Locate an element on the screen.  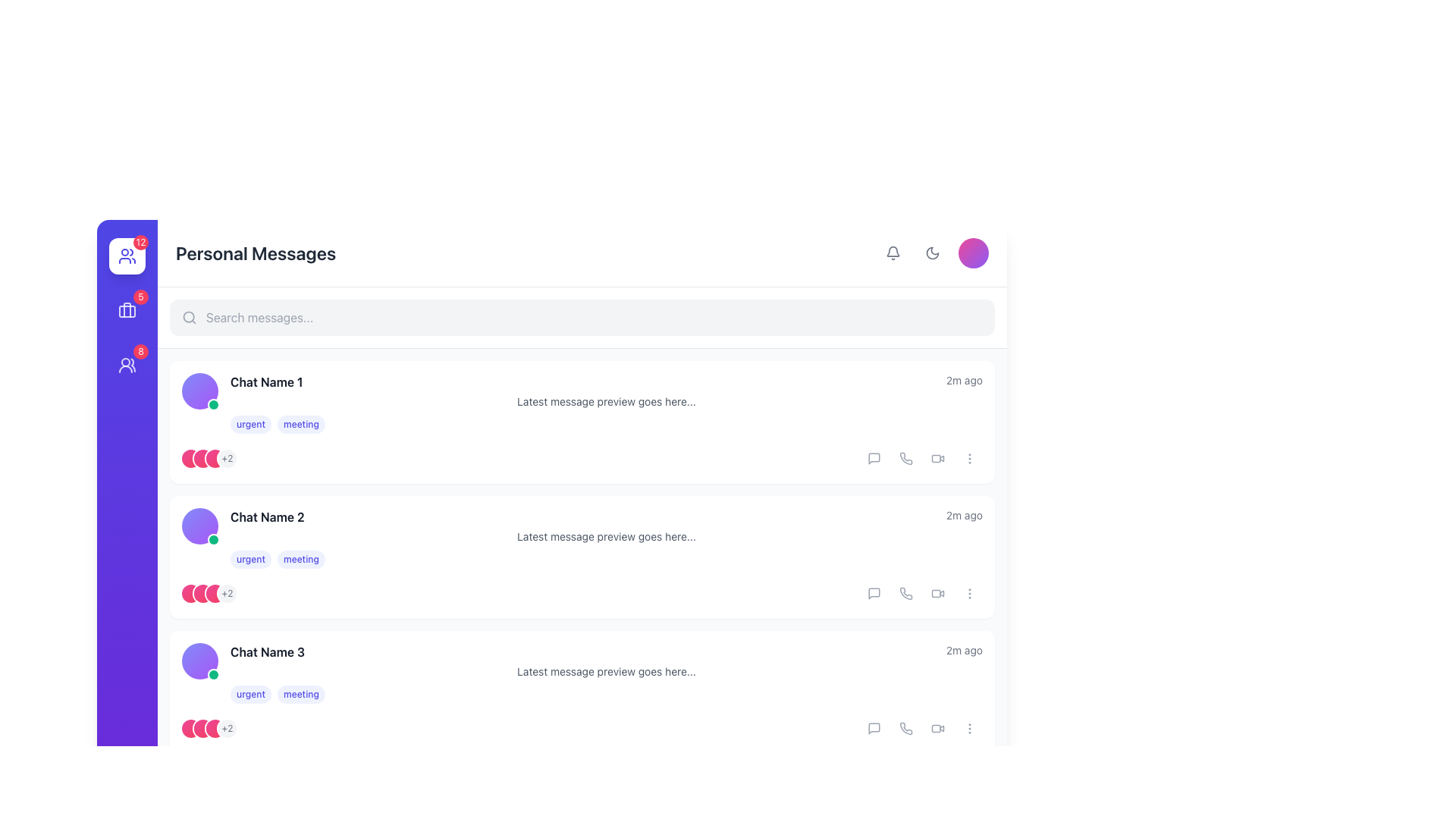
the badge-style text component displaying 'meeting' in lowercase blue text, which is centered within a light blue rounded rectangle is located at coordinates (301, 559).